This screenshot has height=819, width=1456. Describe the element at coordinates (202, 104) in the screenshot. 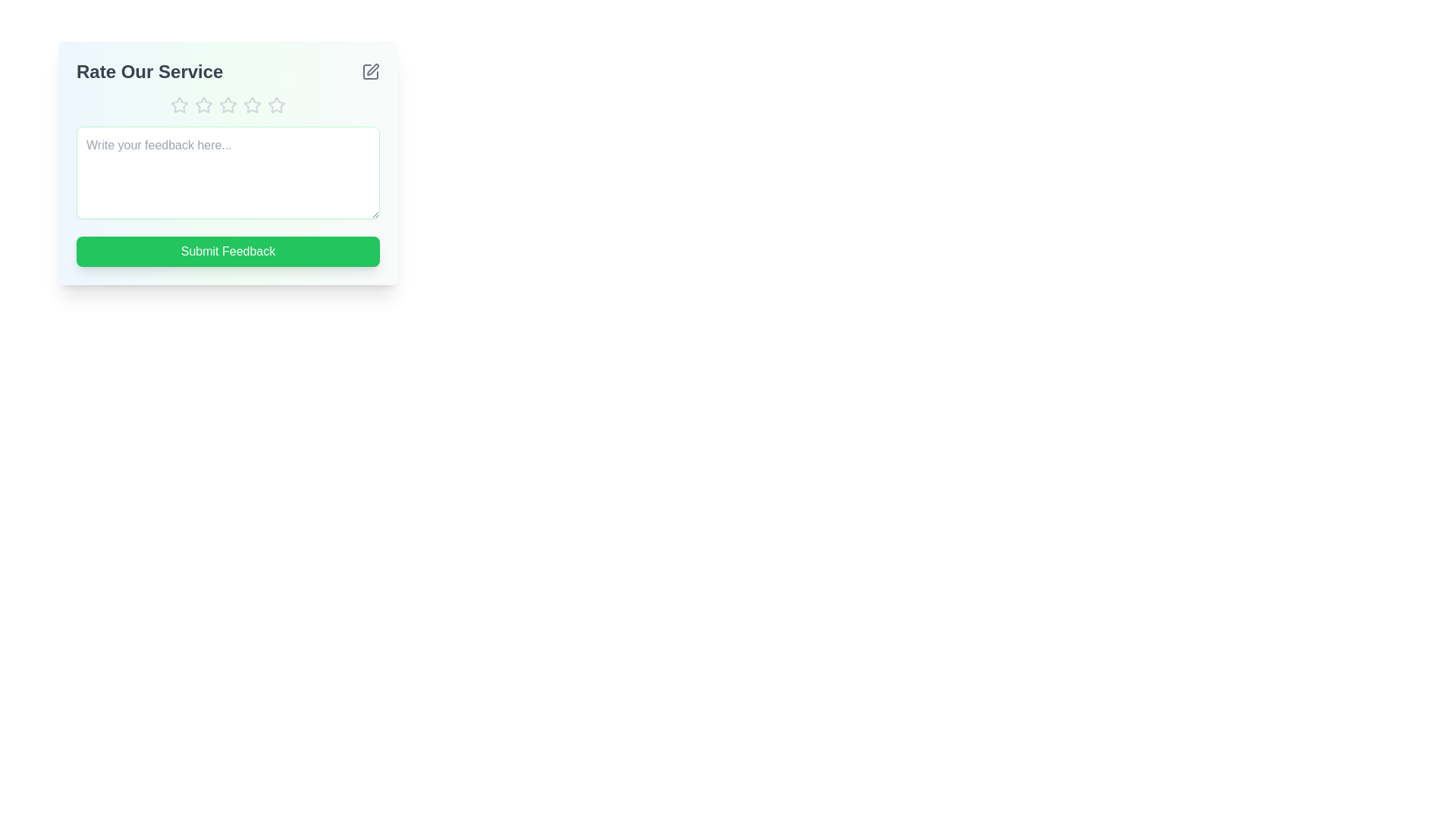

I see `the rating to 2 stars by clicking the corresponding star button` at that location.